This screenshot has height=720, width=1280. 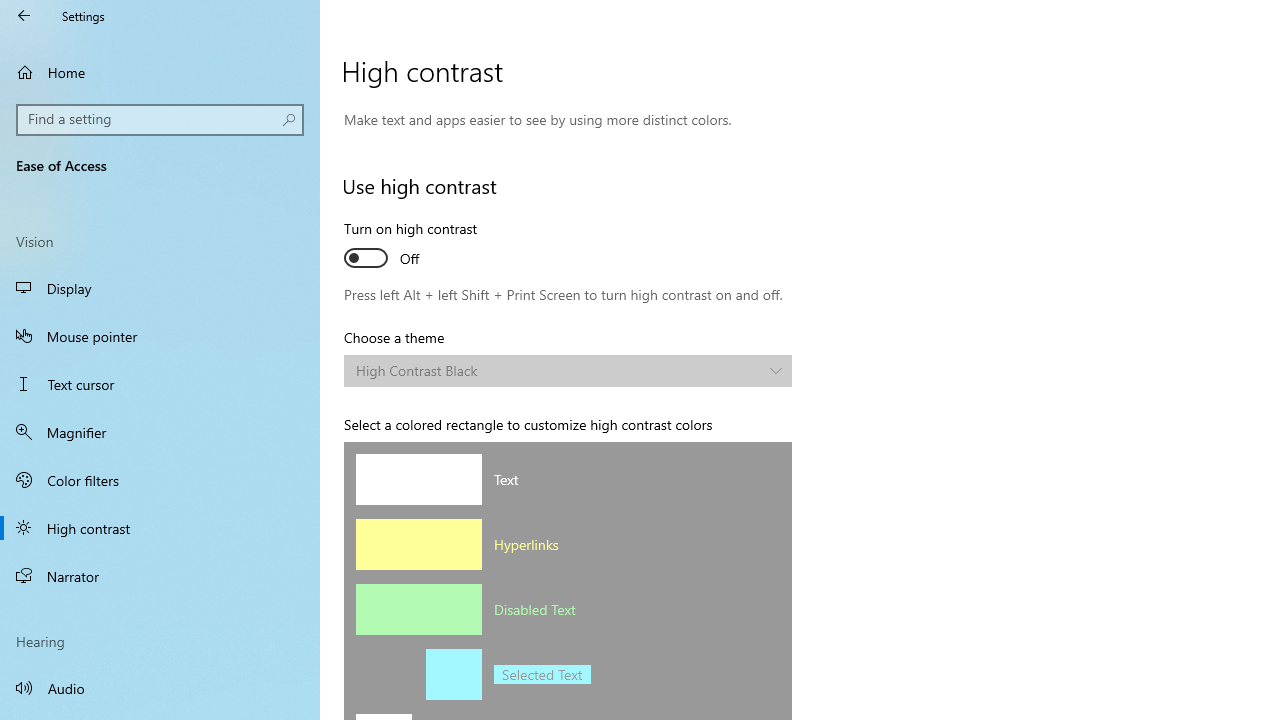 What do you see at coordinates (160, 71) in the screenshot?
I see `'Home'` at bounding box center [160, 71].